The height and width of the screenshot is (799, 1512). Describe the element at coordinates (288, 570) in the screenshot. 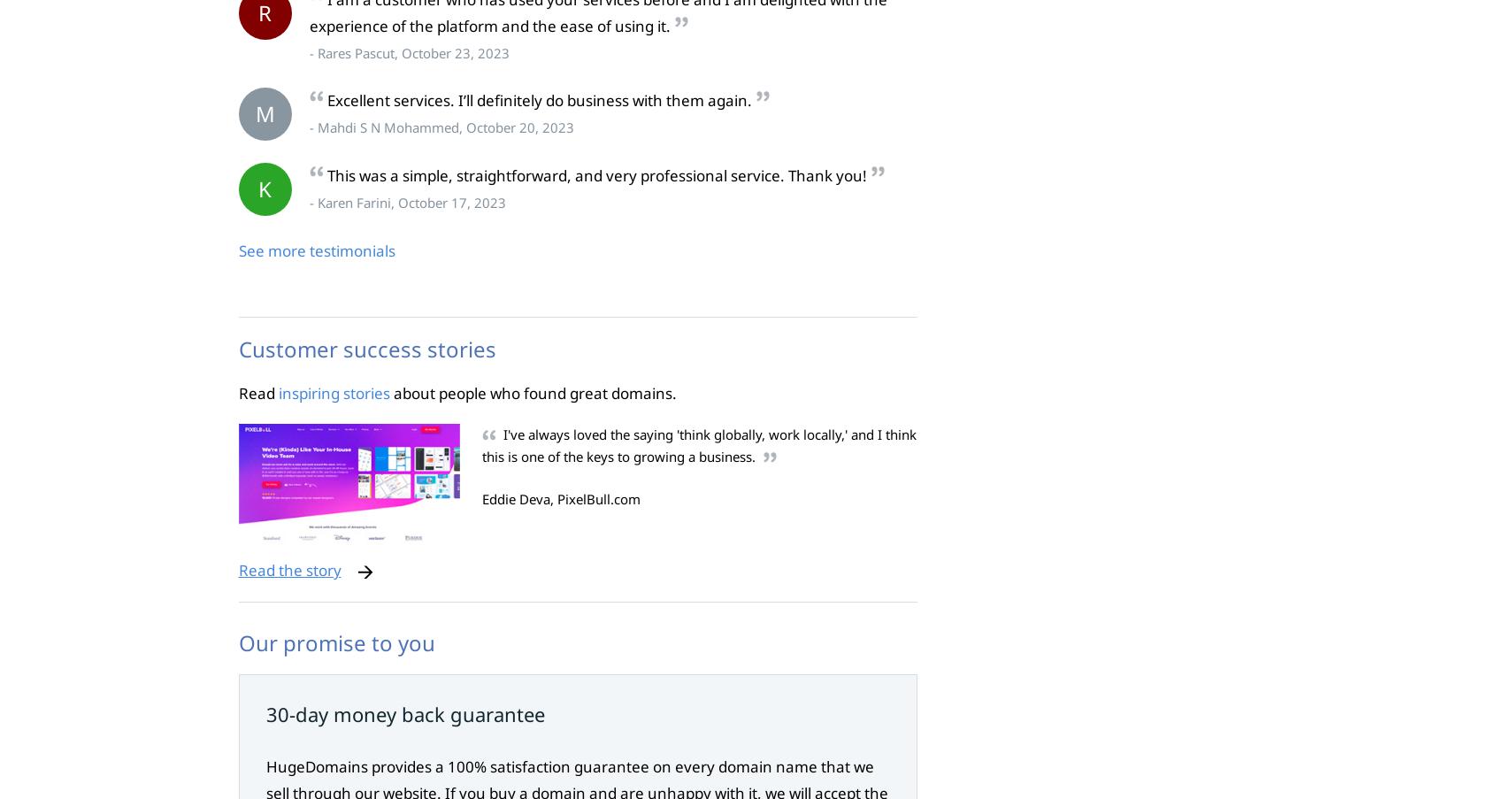

I see `'Read the story'` at that location.